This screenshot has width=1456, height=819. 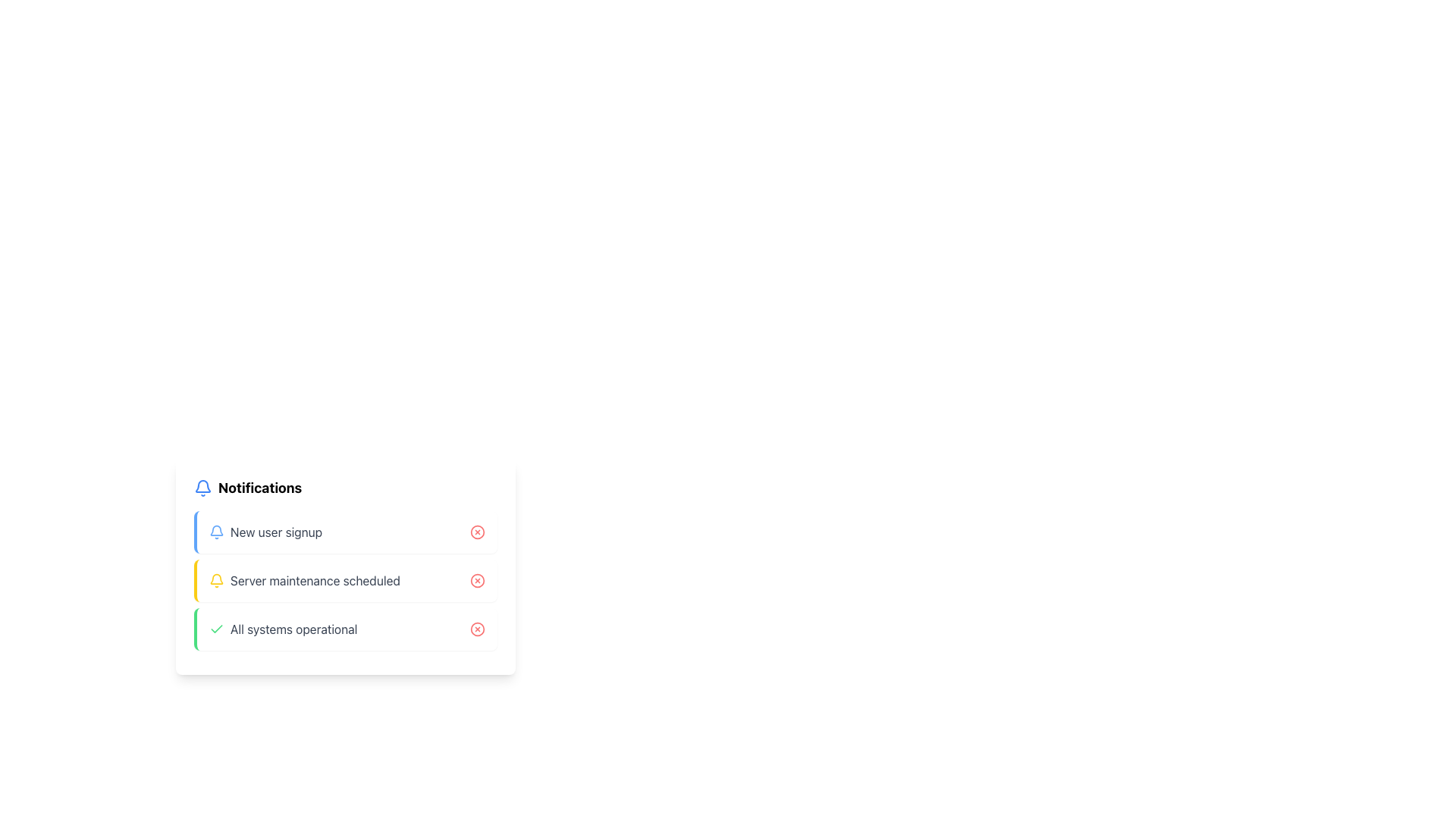 What do you see at coordinates (303, 580) in the screenshot?
I see `the notification item displaying 'Server maintenance scheduled', which is the second item in the notification list with a yellow left border indicating an alert` at bounding box center [303, 580].